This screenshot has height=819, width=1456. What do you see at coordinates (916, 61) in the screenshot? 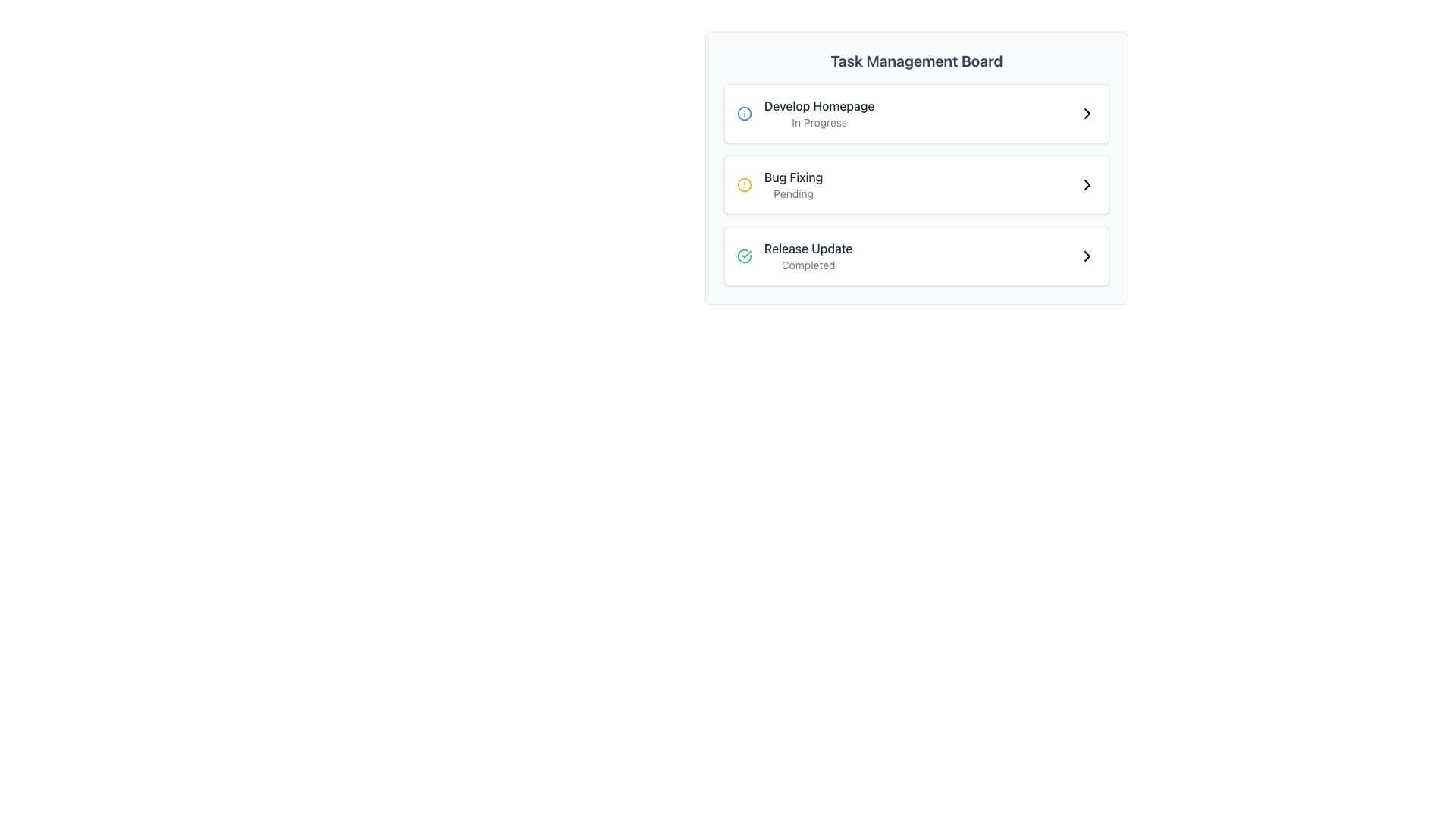
I see `the Text Label at the top of the task management interface` at bounding box center [916, 61].